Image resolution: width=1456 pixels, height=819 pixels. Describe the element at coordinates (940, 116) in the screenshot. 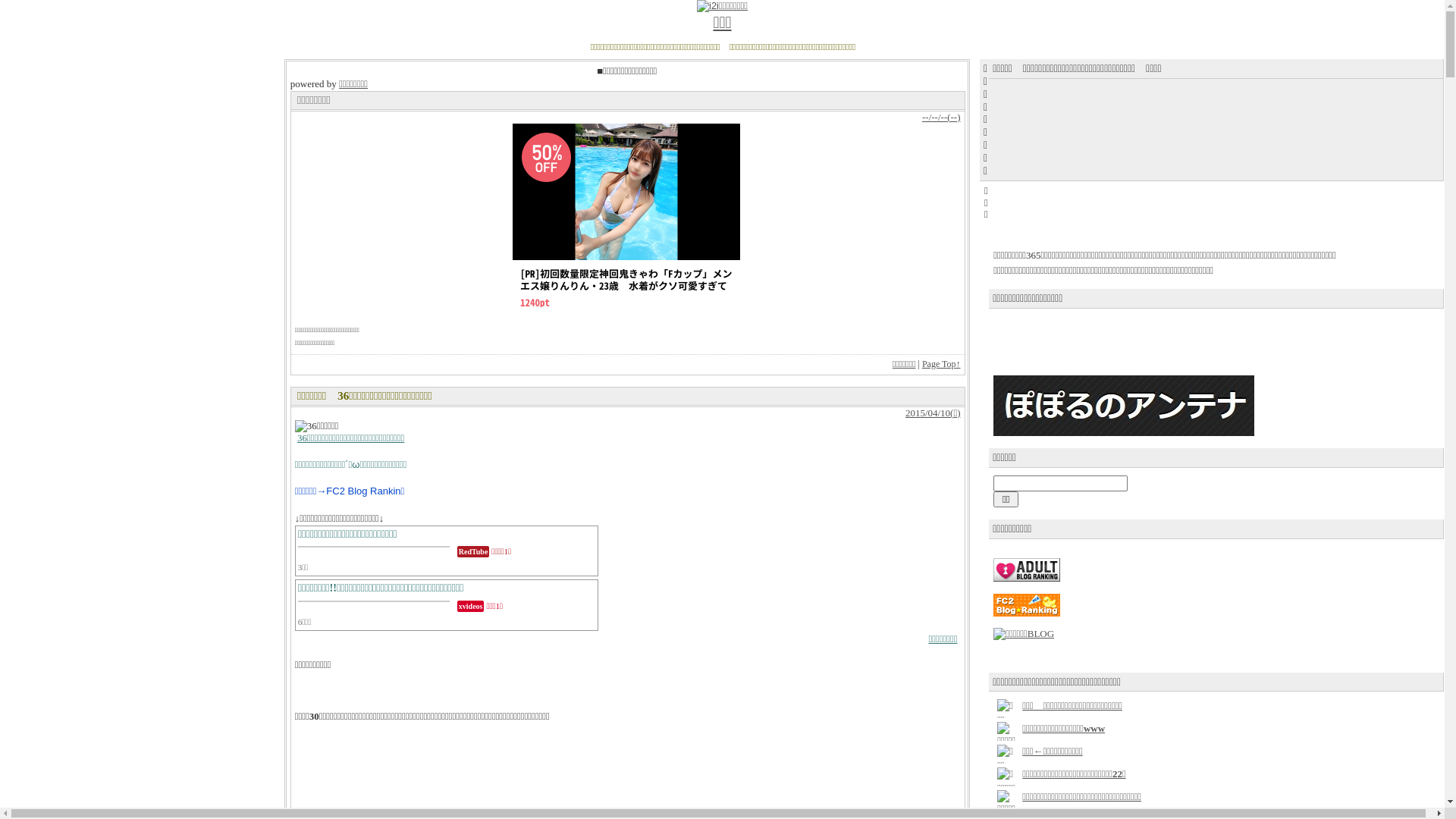

I see `'--/--/--(--)'` at that location.